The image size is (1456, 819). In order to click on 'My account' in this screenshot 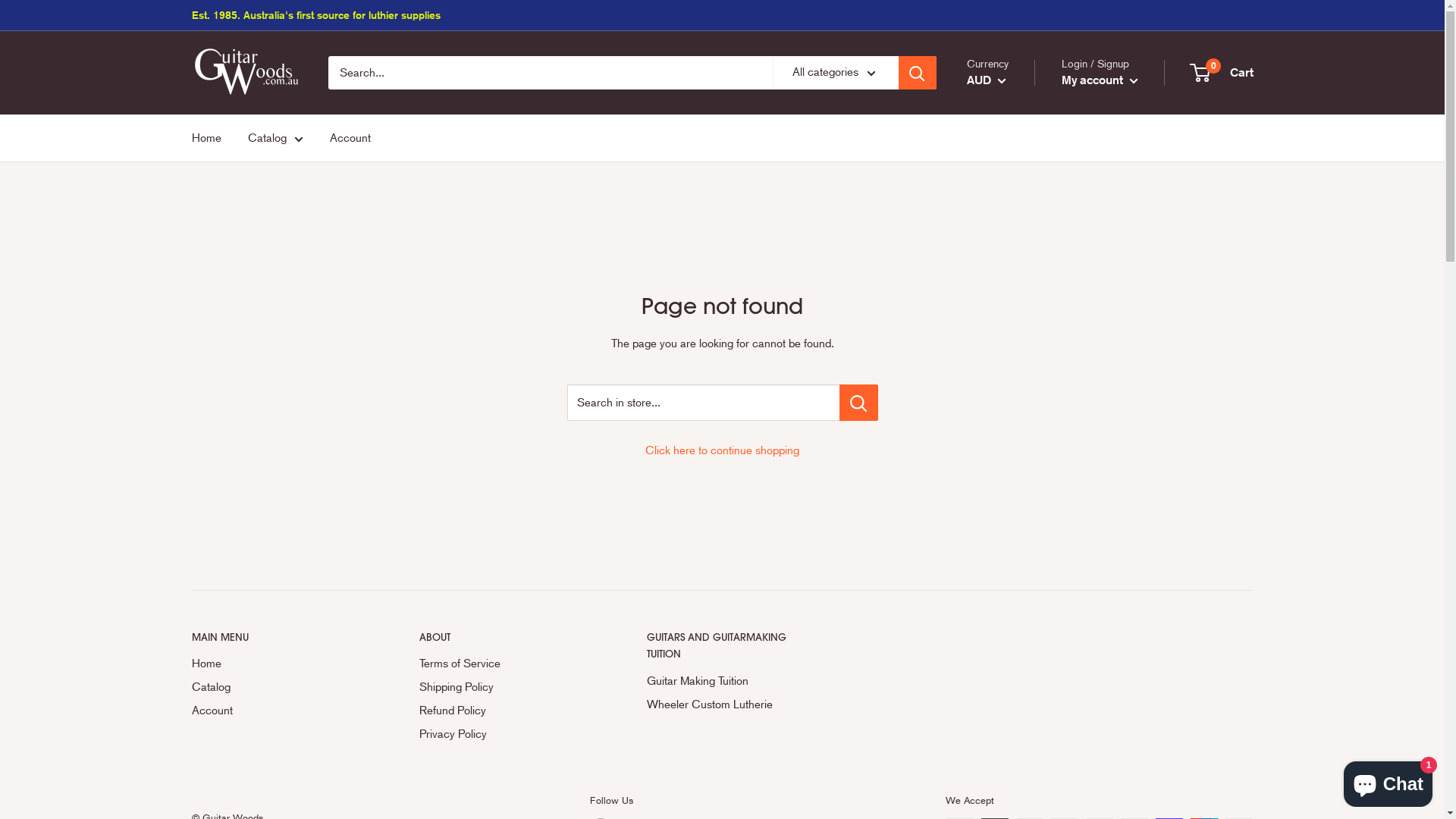, I will do `click(1100, 80)`.